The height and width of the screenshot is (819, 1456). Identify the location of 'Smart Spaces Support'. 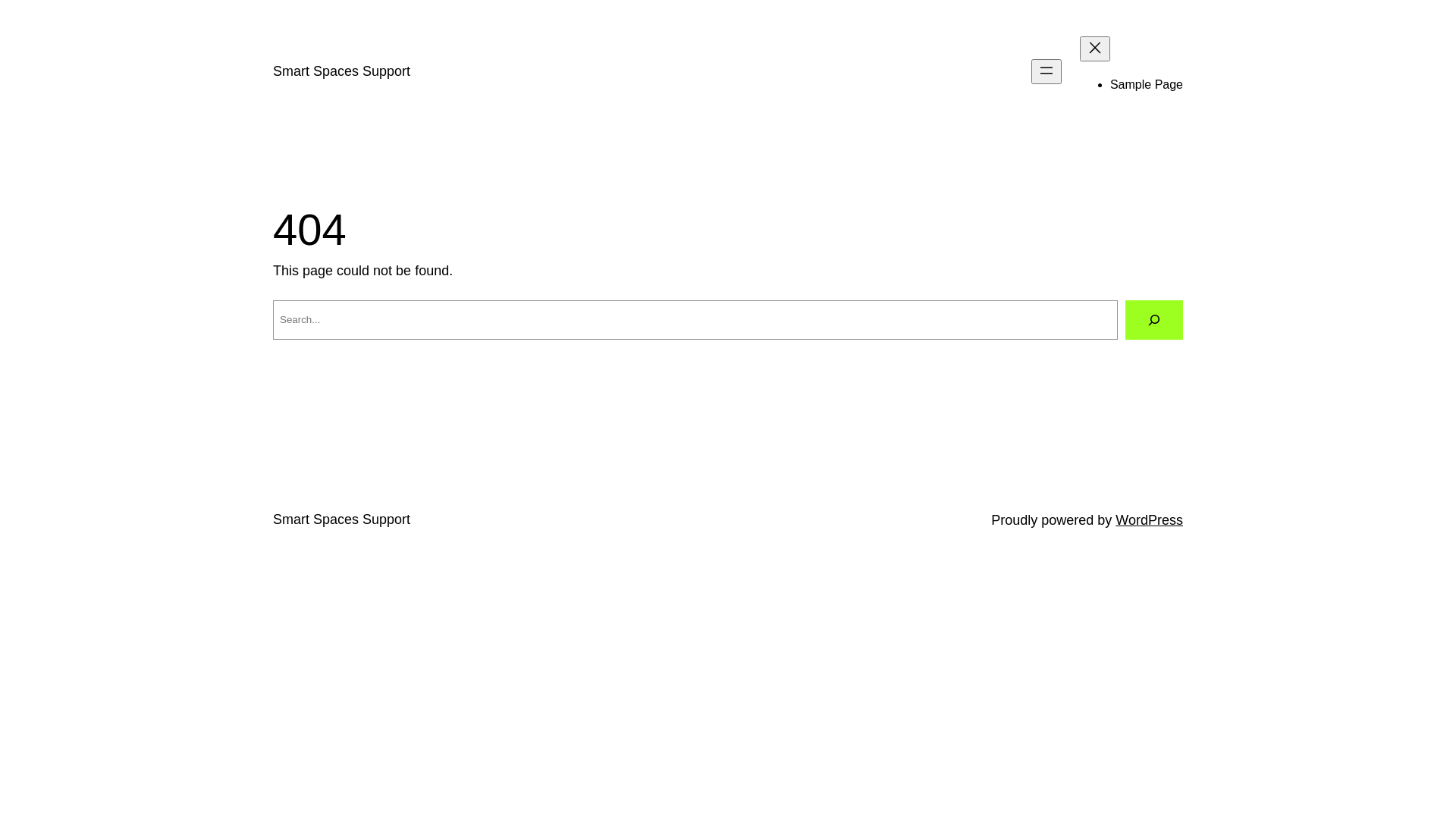
(340, 519).